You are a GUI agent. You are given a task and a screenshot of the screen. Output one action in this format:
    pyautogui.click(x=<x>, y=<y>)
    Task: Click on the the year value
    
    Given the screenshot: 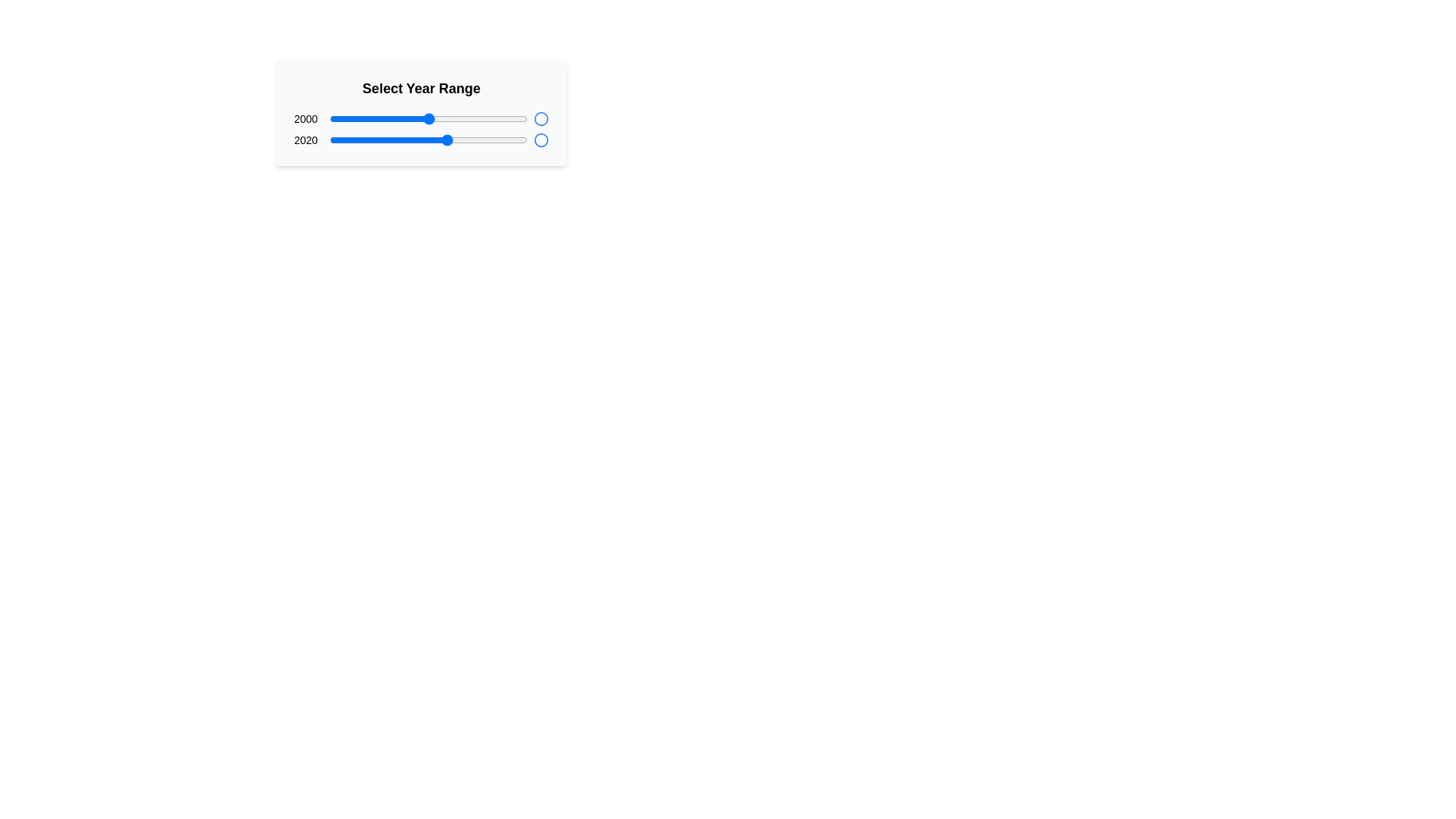 What is the action you would take?
    pyautogui.click(x=359, y=140)
    